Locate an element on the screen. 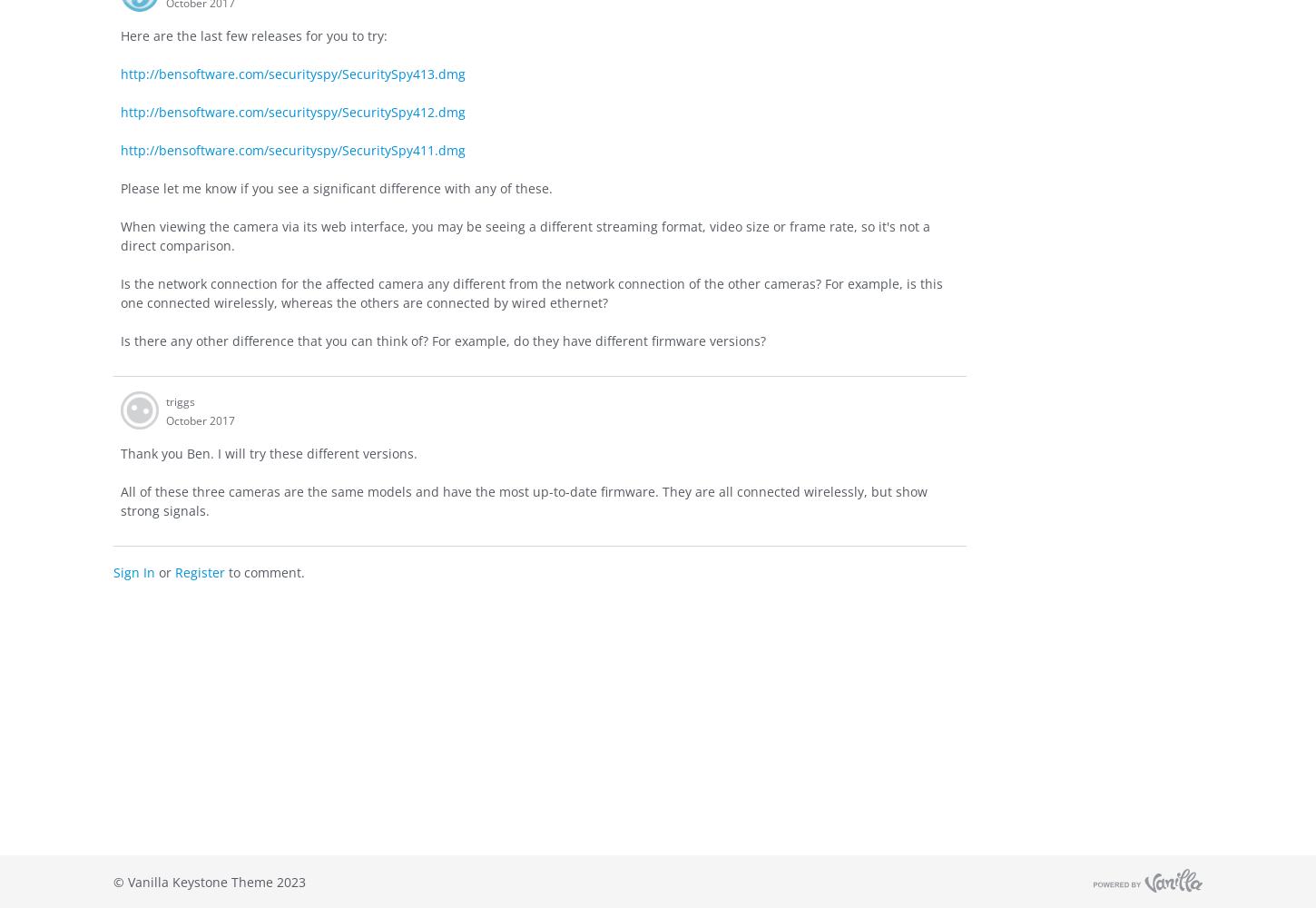 This screenshot has height=908, width=1316. 'triggs' is located at coordinates (179, 400).